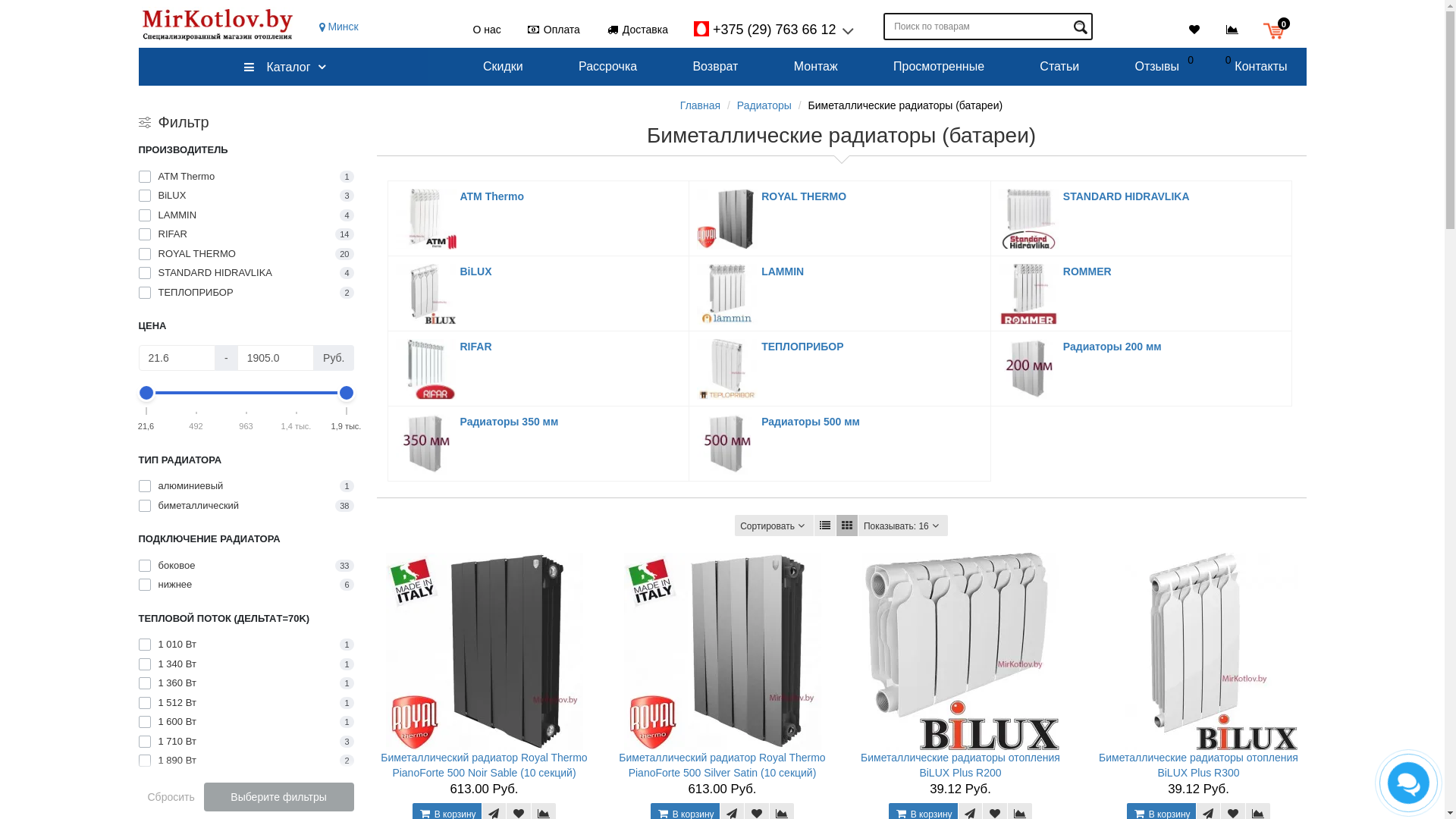 Image resolution: width=1456 pixels, height=819 pixels. I want to click on 'RIFAR', so click(475, 346).